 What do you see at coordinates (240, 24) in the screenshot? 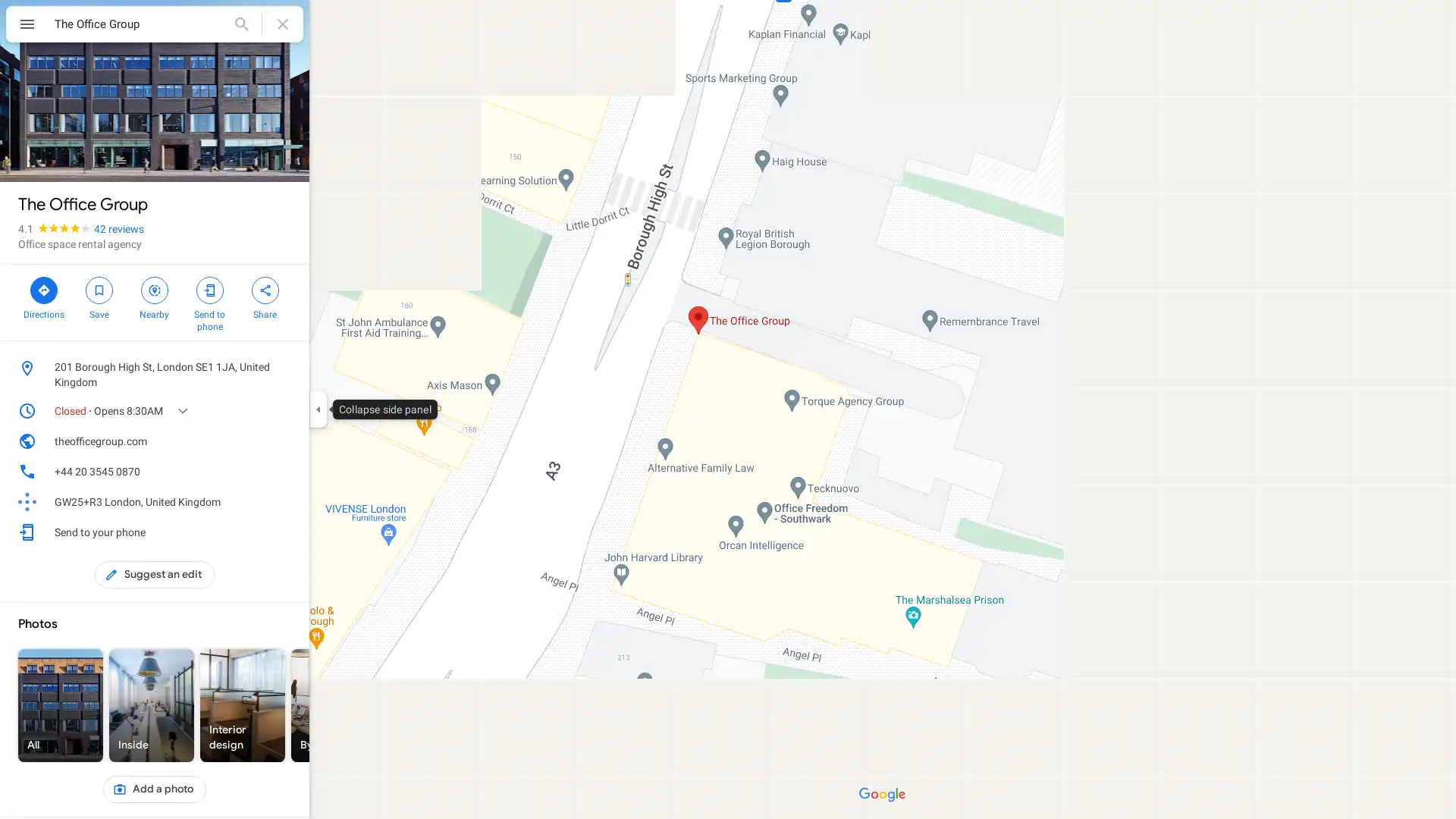
I see `Search` at bounding box center [240, 24].